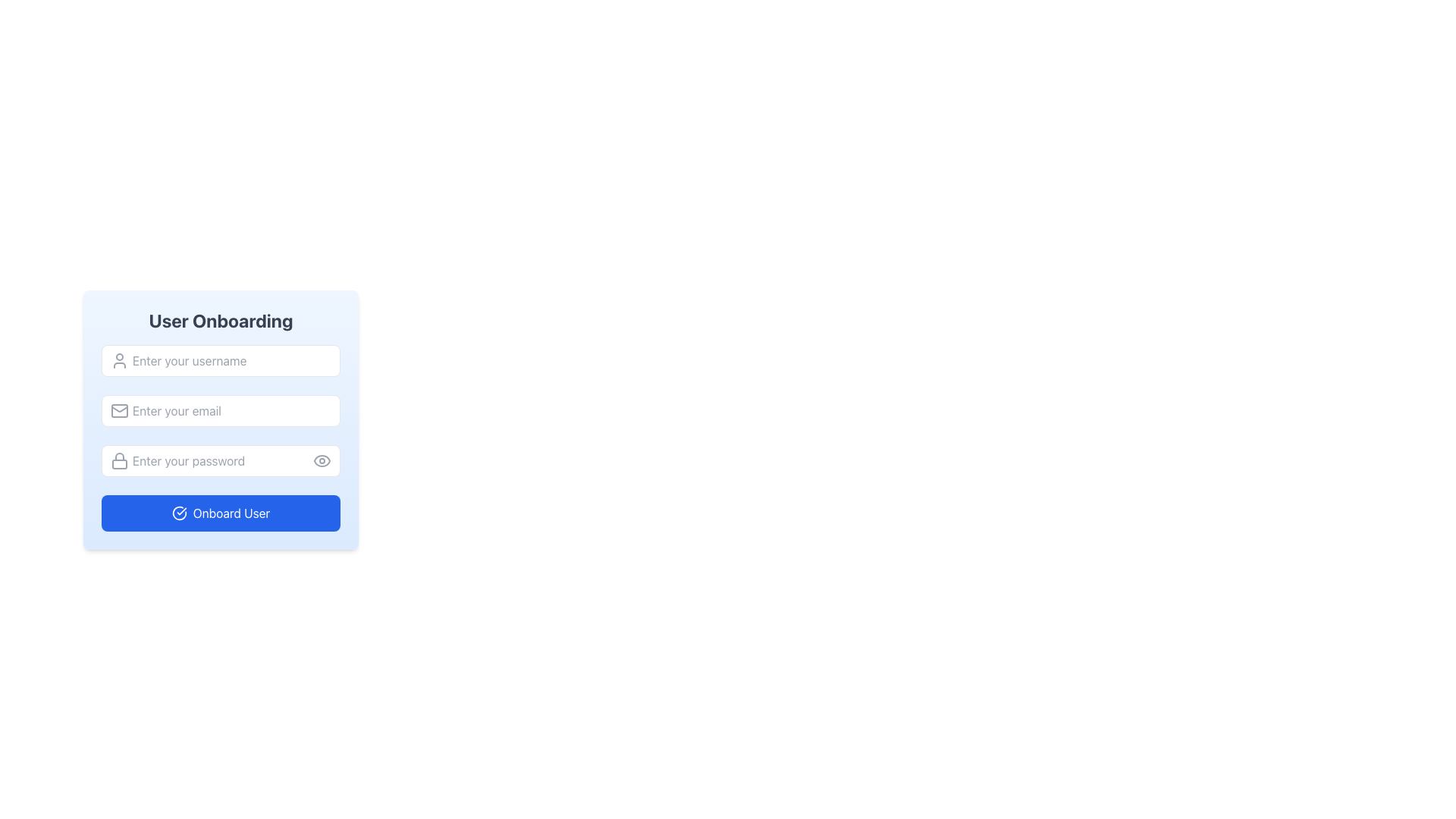 This screenshot has height=819, width=1456. What do you see at coordinates (119, 460) in the screenshot?
I see `the small gray lock icon located on the left side of the password input field, which has a rounded corner design and is part of the password input section` at bounding box center [119, 460].